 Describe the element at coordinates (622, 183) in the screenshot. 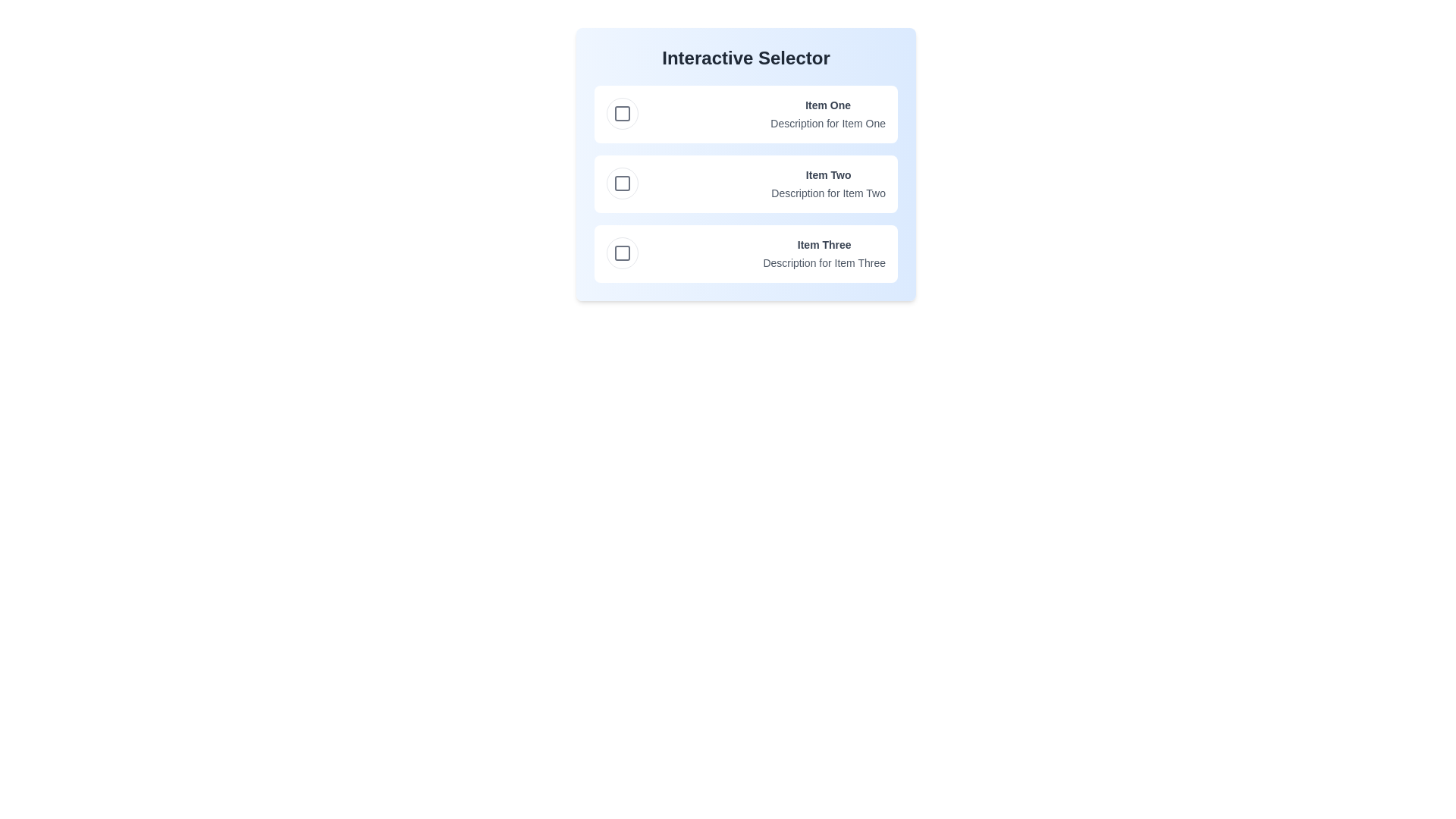

I see `the checkbox icon located to the left of the label 'Item Two' under the 'Interactive Selector' layout` at that location.